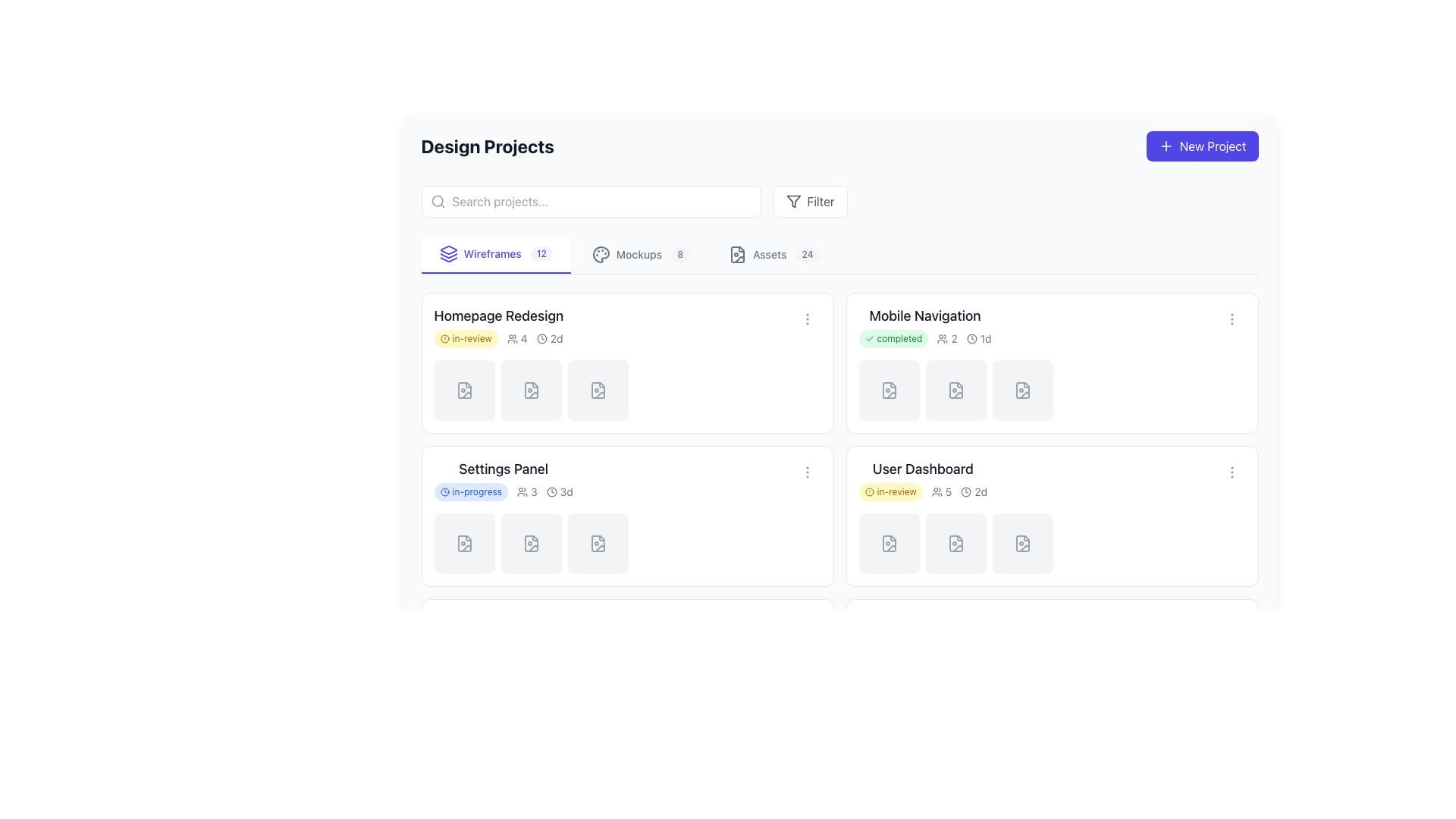 This screenshot has width=1456, height=819. What do you see at coordinates (942, 338) in the screenshot?
I see `the user figures icon located in the top-right corner of the 'Mobile Navigation' project card, which symbolizes multiple users` at bounding box center [942, 338].